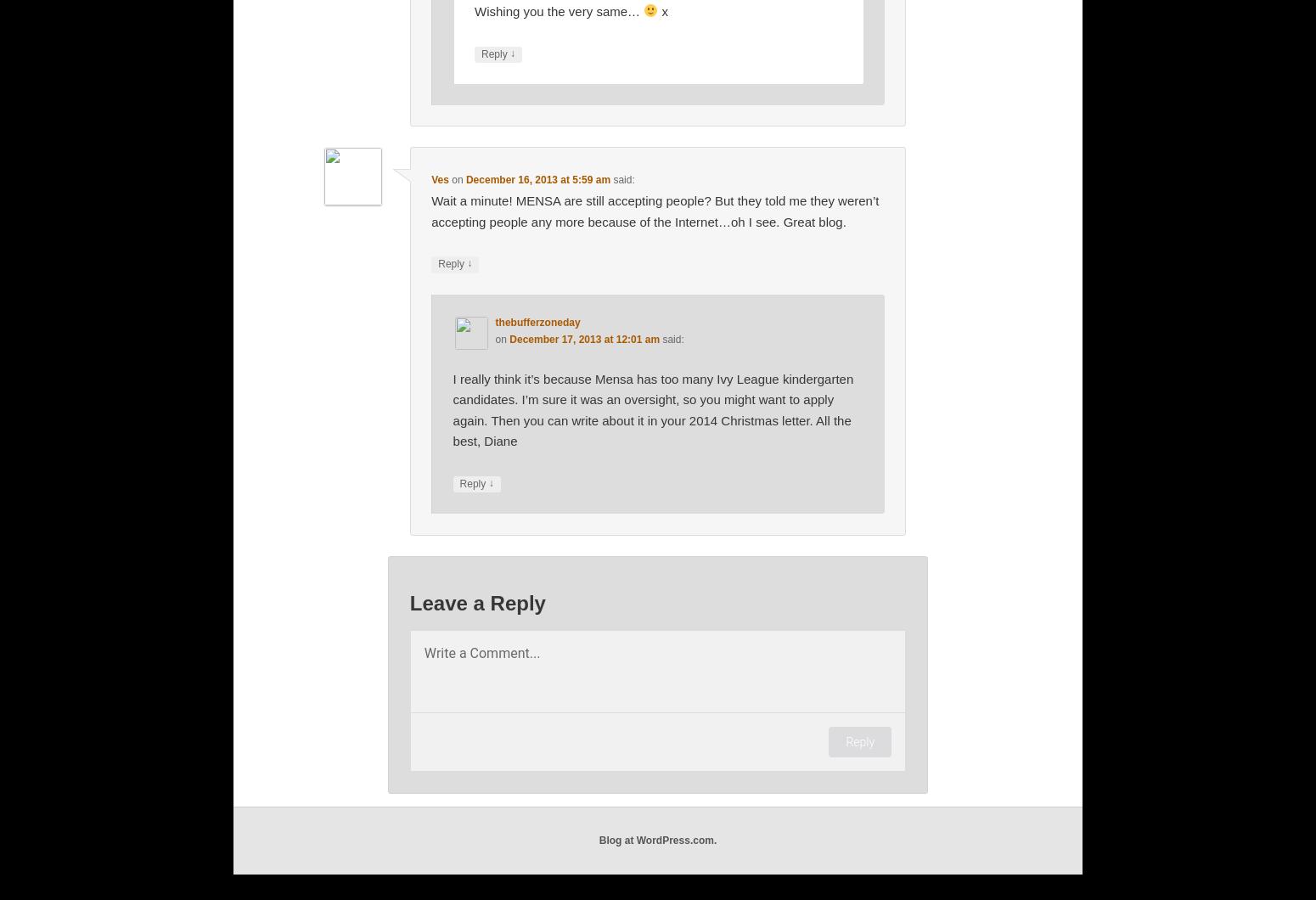  Describe the element at coordinates (583, 338) in the screenshot. I see `'December 17, 2013 at 12:01 am'` at that location.